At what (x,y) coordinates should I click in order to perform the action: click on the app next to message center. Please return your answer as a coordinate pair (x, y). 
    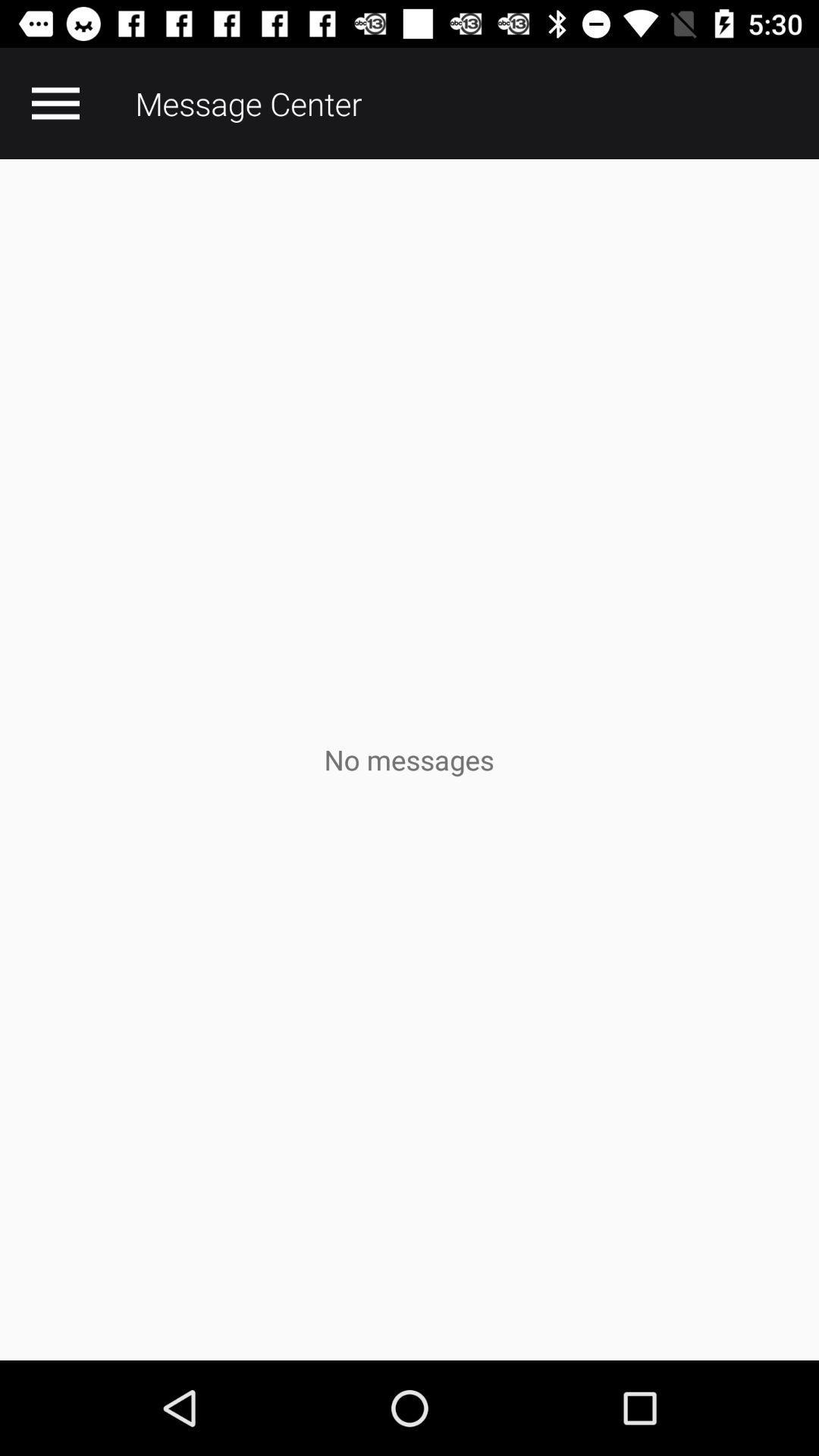
    Looking at the image, I should click on (55, 102).